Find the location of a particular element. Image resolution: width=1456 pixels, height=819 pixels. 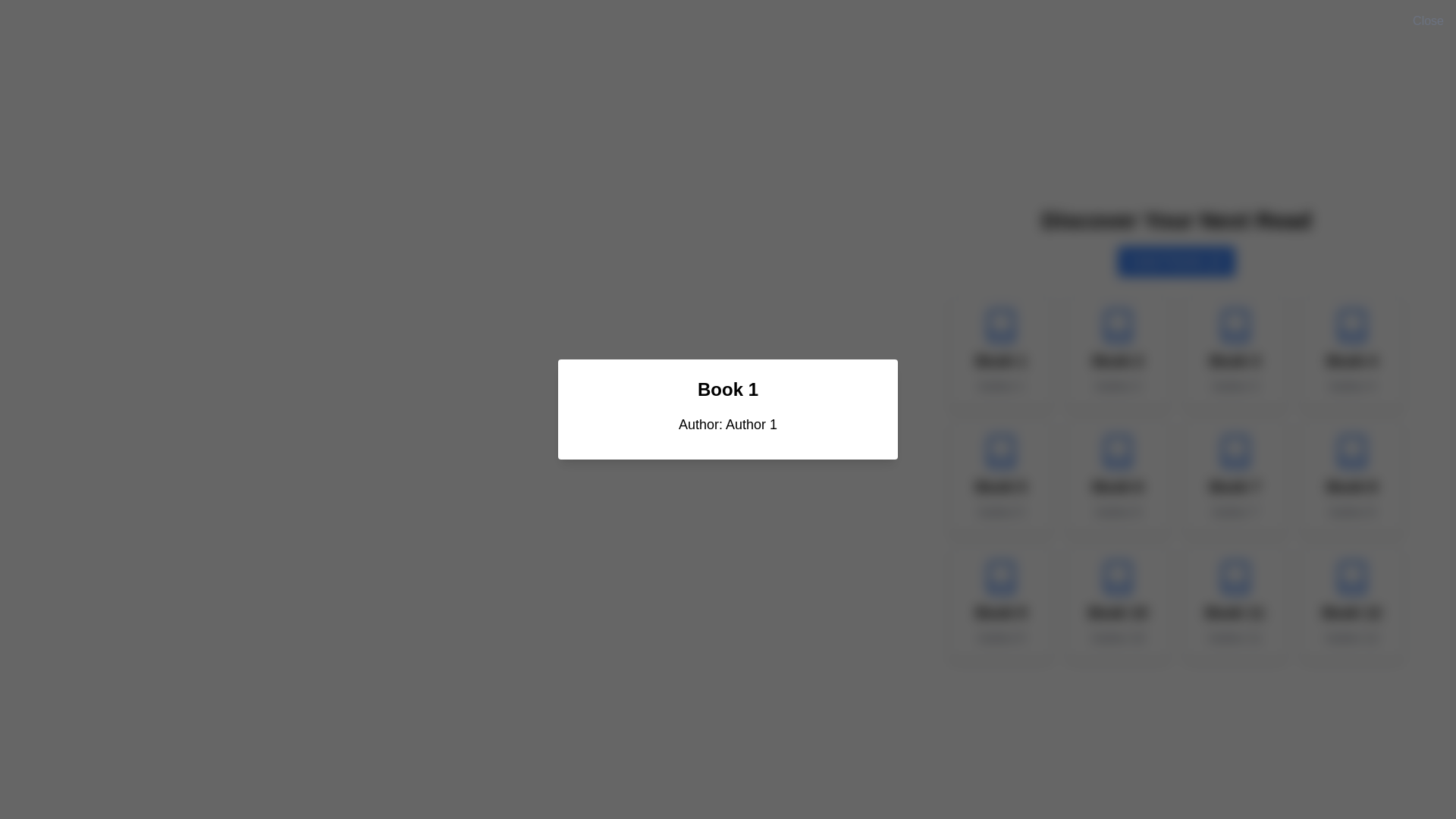

the book card that displays the title and author information, located in the first row and second column of the grid is located at coordinates (1118, 351).